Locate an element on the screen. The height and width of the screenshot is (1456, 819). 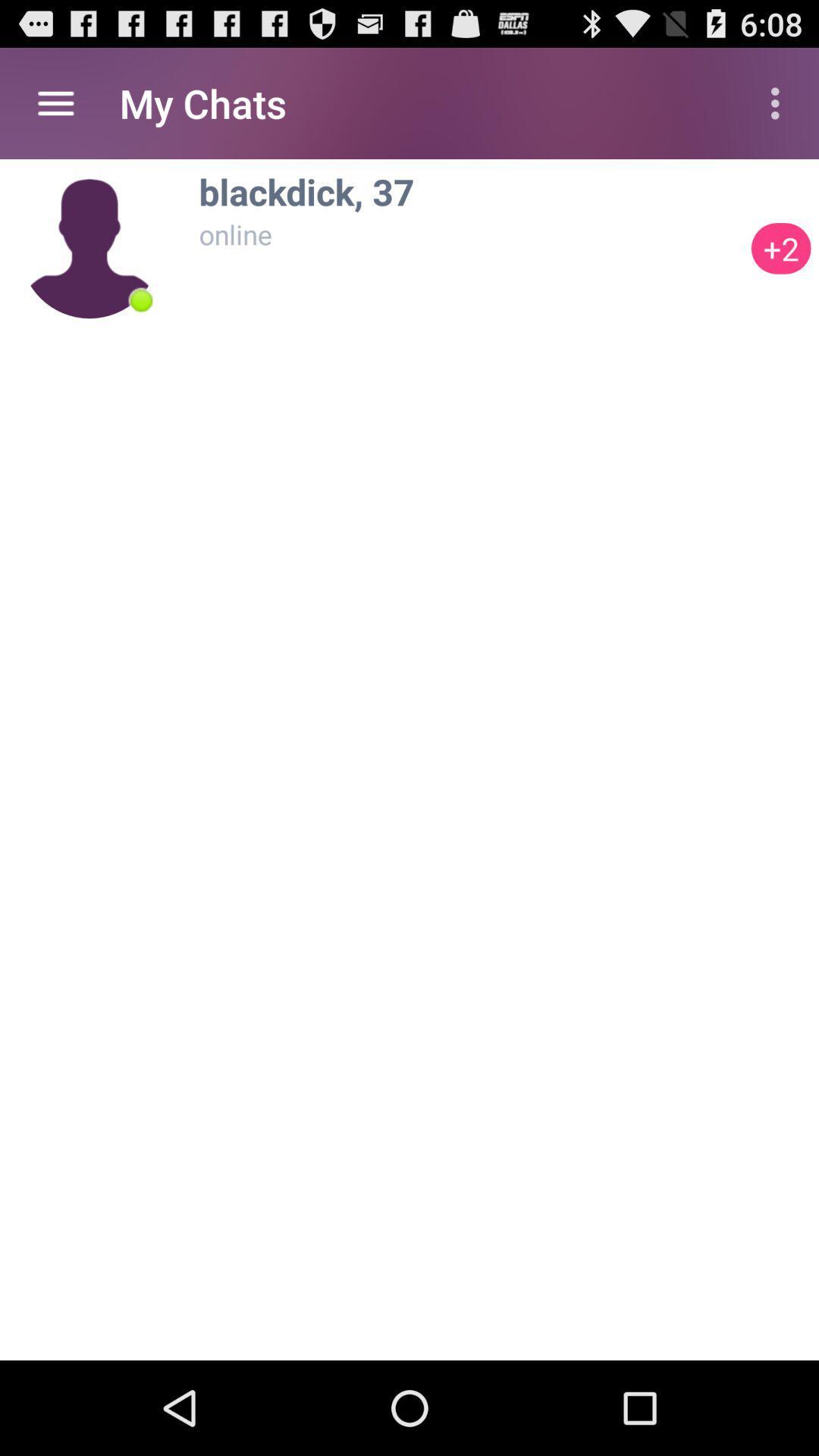
item next to +2 is located at coordinates (141, 300).